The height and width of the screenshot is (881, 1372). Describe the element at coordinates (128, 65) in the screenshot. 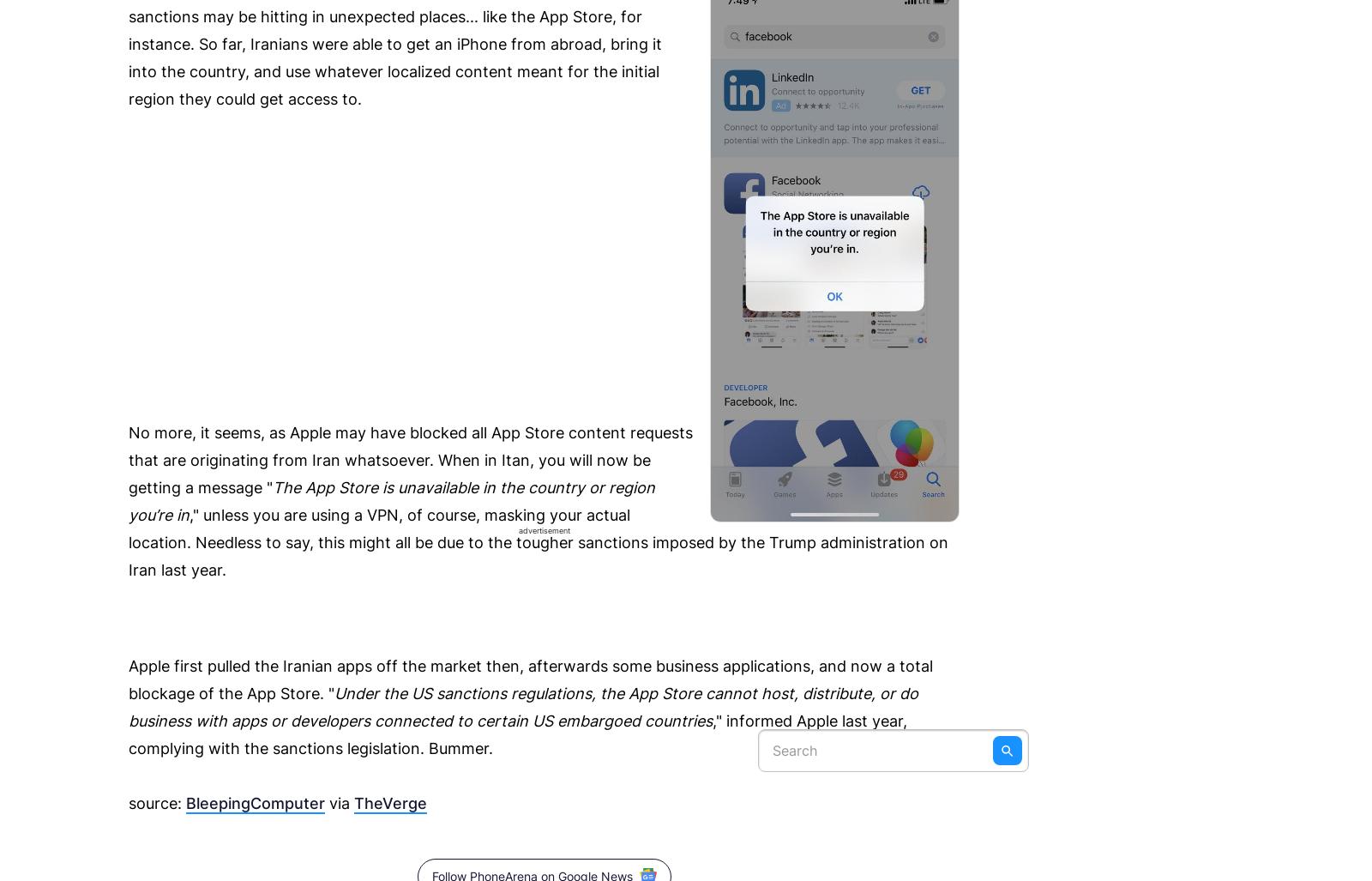

I see `'Reprint & Permissions'` at that location.